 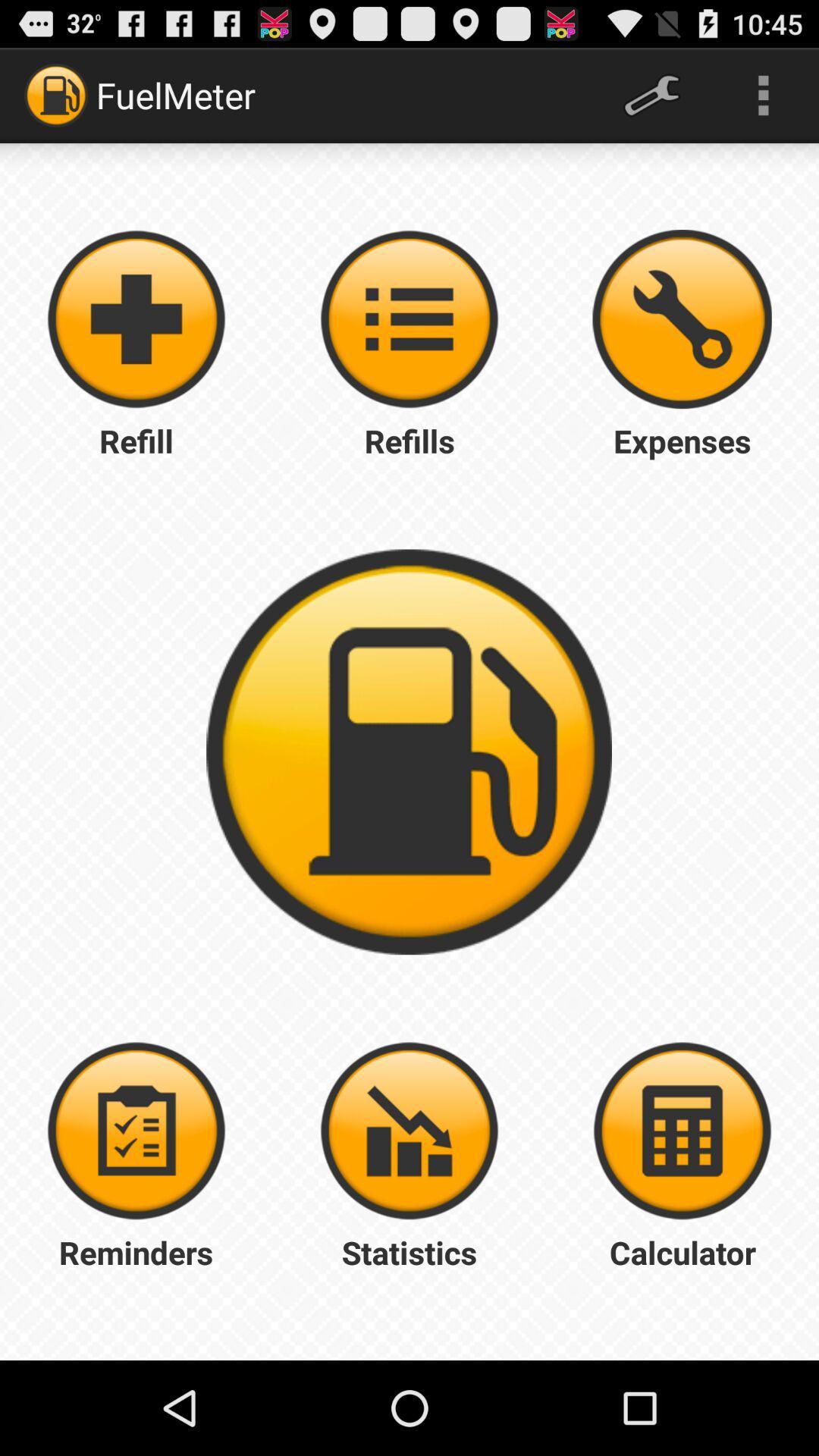 What do you see at coordinates (136, 1131) in the screenshot?
I see `reminder button` at bounding box center [136, 1131].